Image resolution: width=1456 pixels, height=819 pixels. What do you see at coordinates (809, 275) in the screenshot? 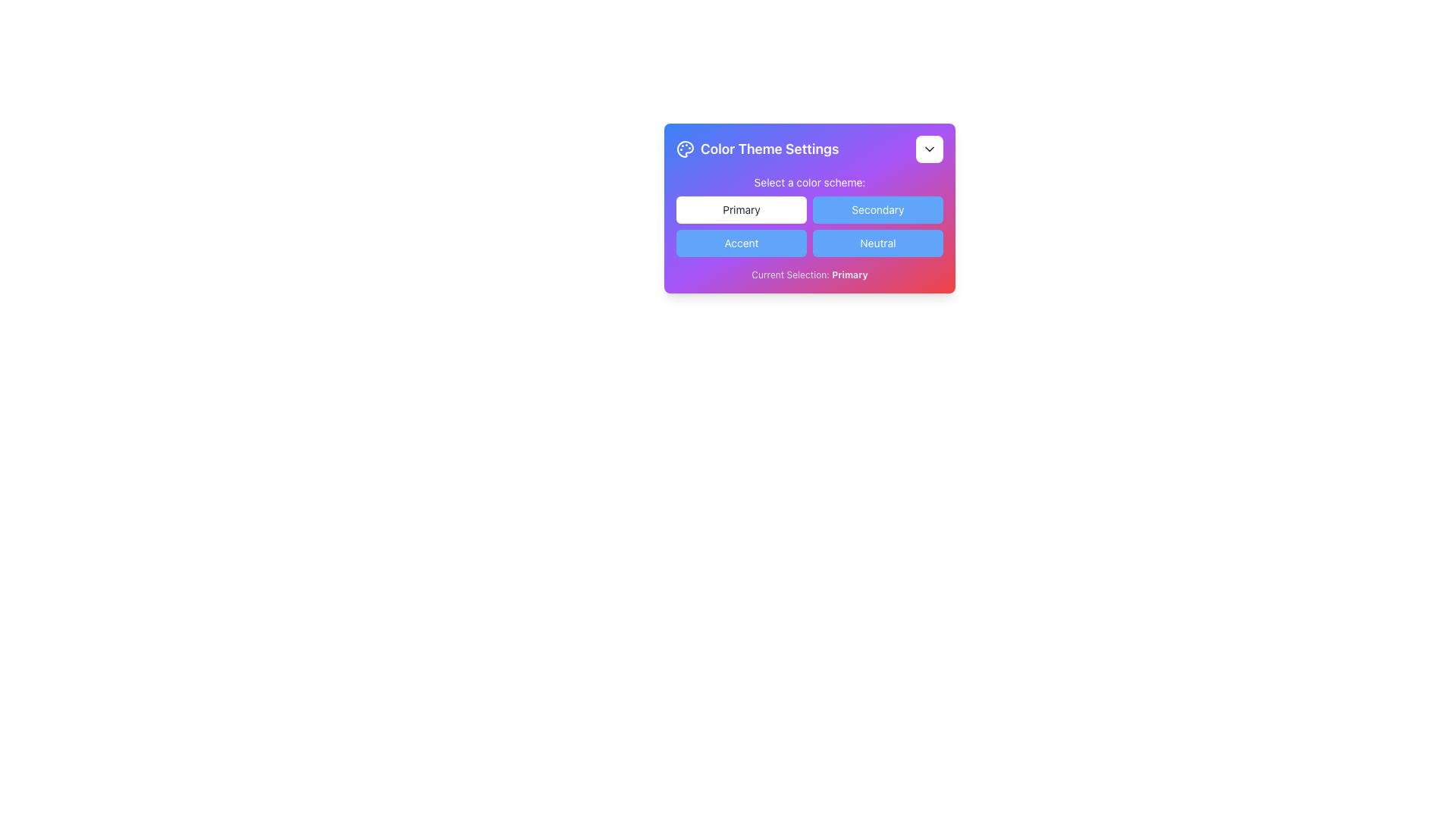
I see `the text label displaying 'Current Selection: Primary' located at the bottom of the dialog box` at bounding box center [809, 275].